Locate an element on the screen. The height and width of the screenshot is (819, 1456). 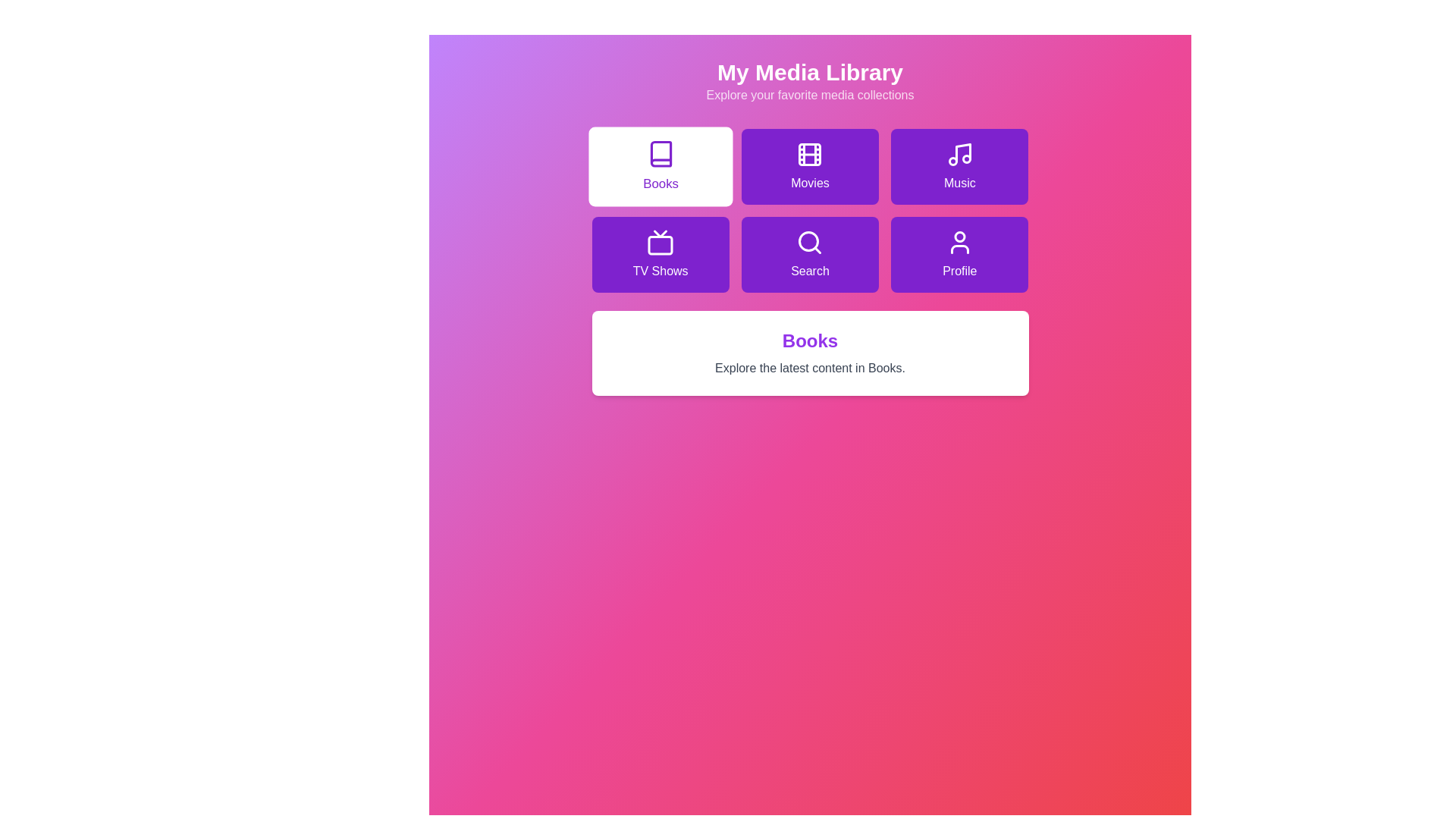
the 'Books' navigation button located at the top-left corner of the 3x2 grid is located at coordinates (661, 166).